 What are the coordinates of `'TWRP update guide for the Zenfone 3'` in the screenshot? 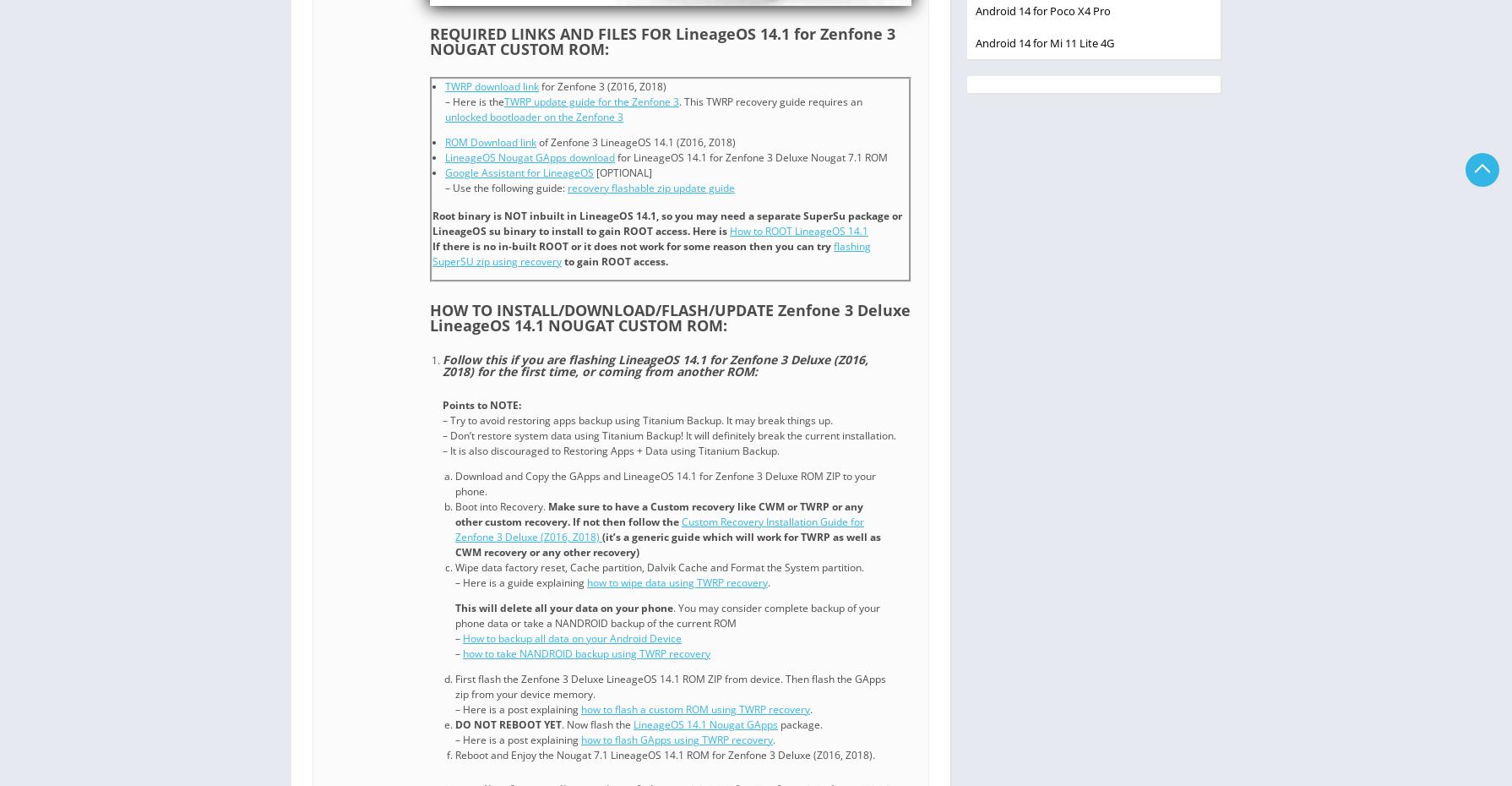 It's located at (503, 101).